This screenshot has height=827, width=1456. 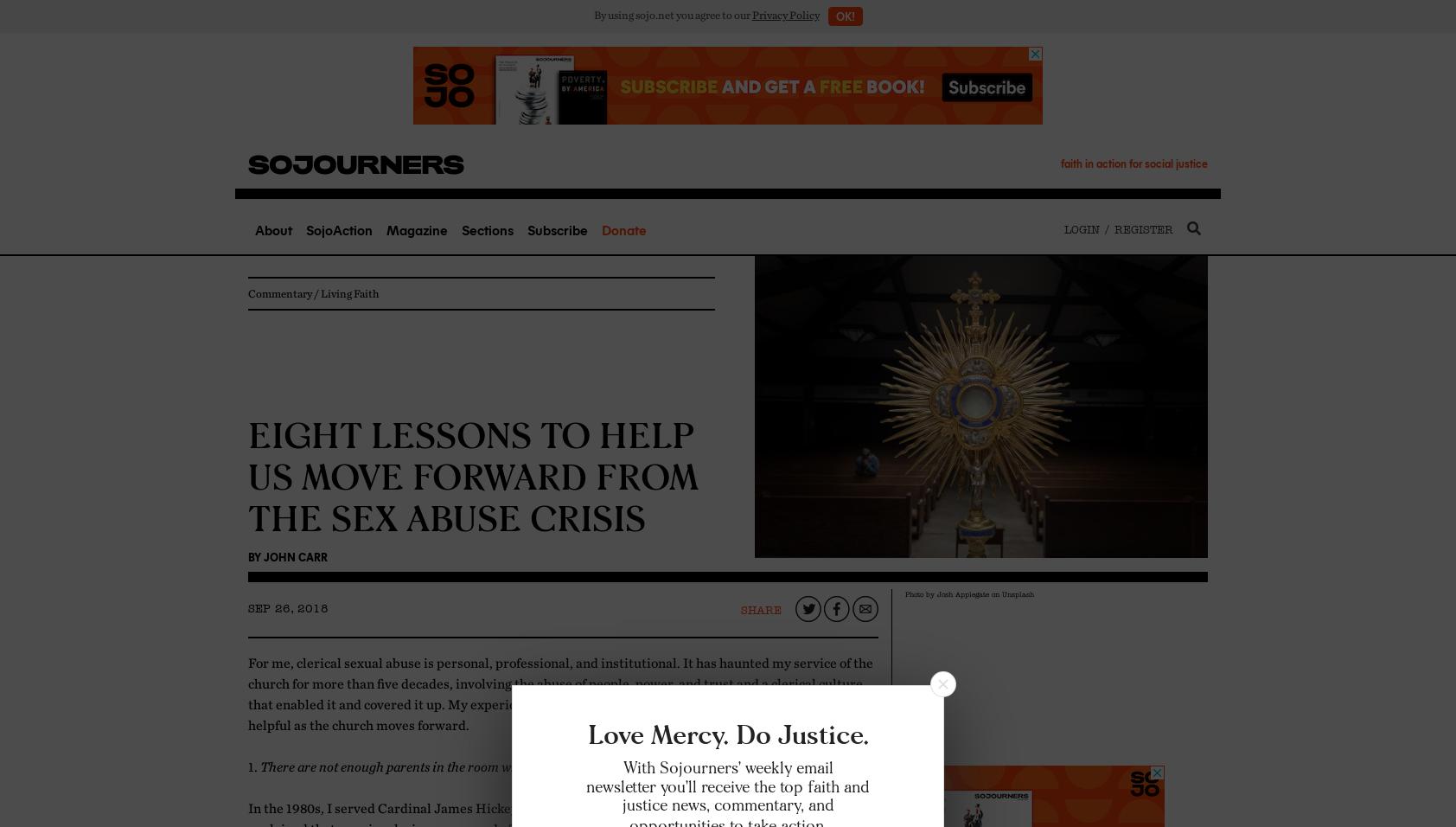 I want to click on 'Sections', so click(x=486, y=228).